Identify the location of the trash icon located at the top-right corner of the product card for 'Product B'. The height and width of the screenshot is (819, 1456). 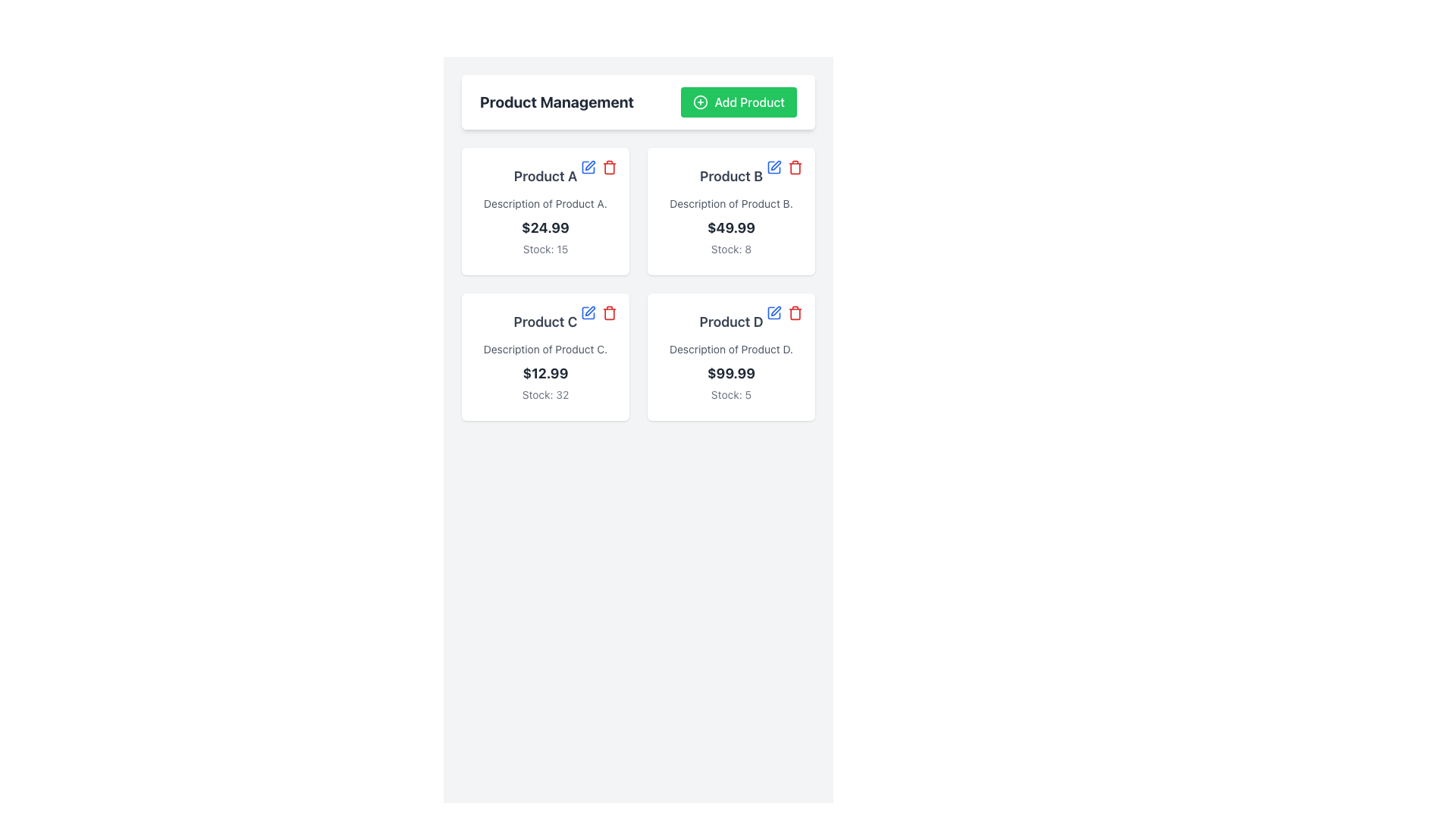
(795, 167).